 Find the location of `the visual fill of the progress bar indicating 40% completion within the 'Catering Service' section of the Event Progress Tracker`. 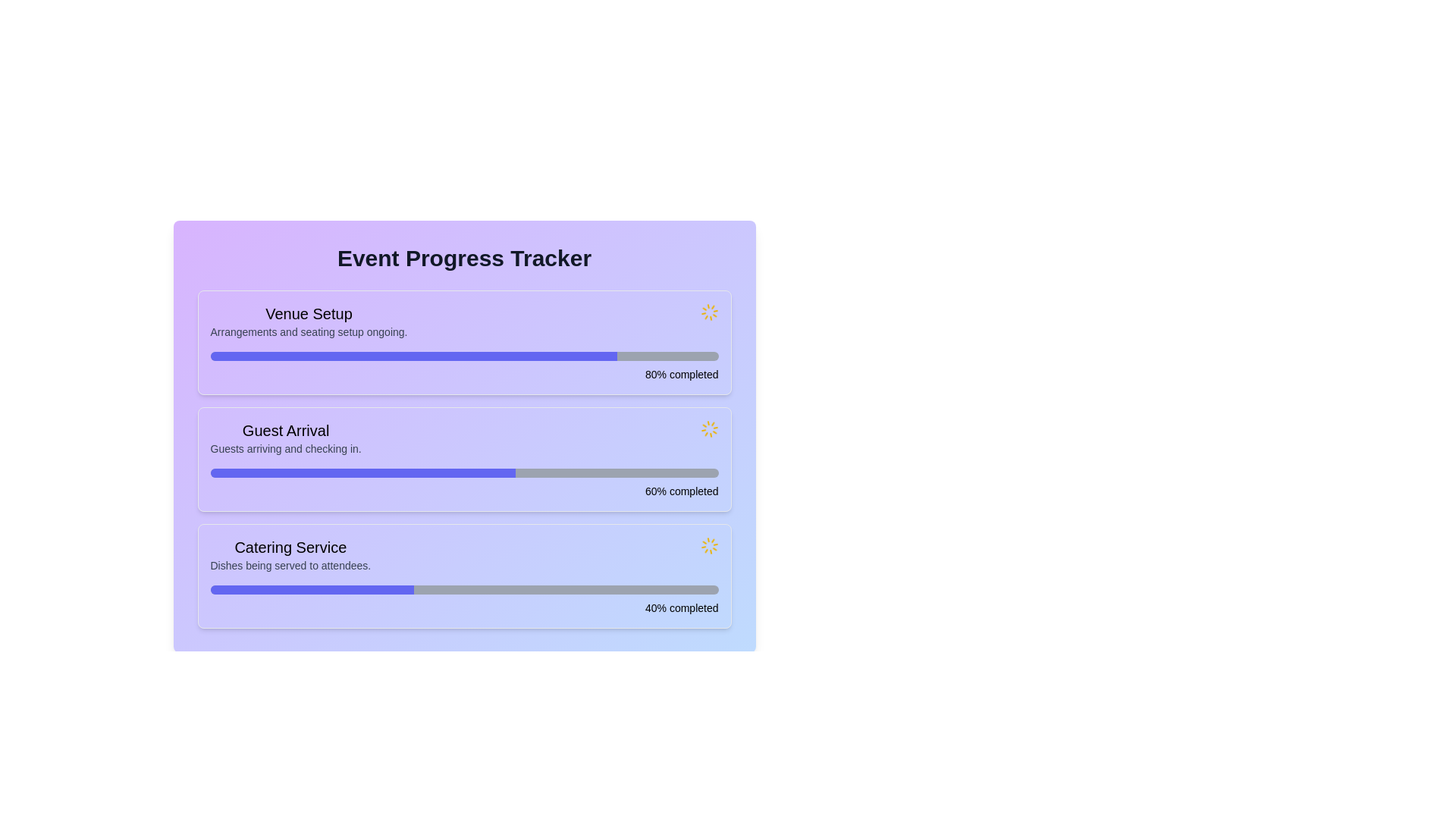

the visual fill of the progress bar indicating 40% completion within the 'Catering Service' section of the Event Progress Tracker is located at coordinates (463, 589).